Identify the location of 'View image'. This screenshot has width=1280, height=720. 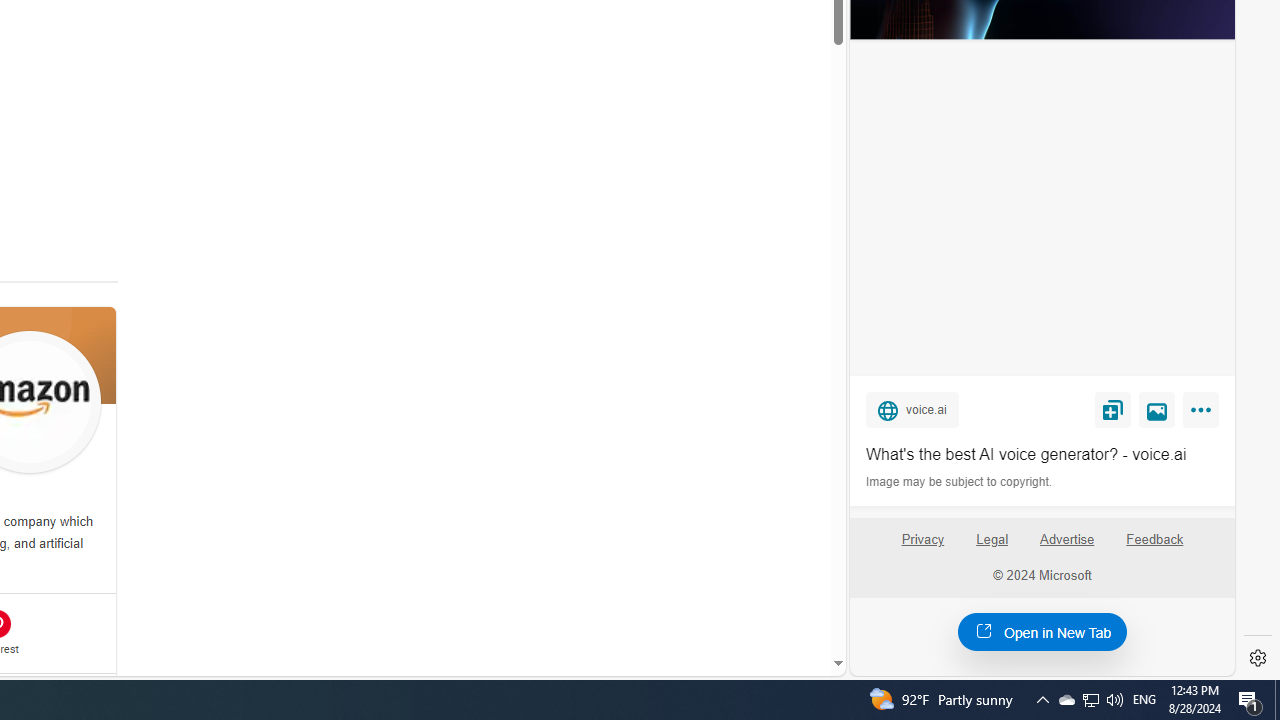
(1157, 408).